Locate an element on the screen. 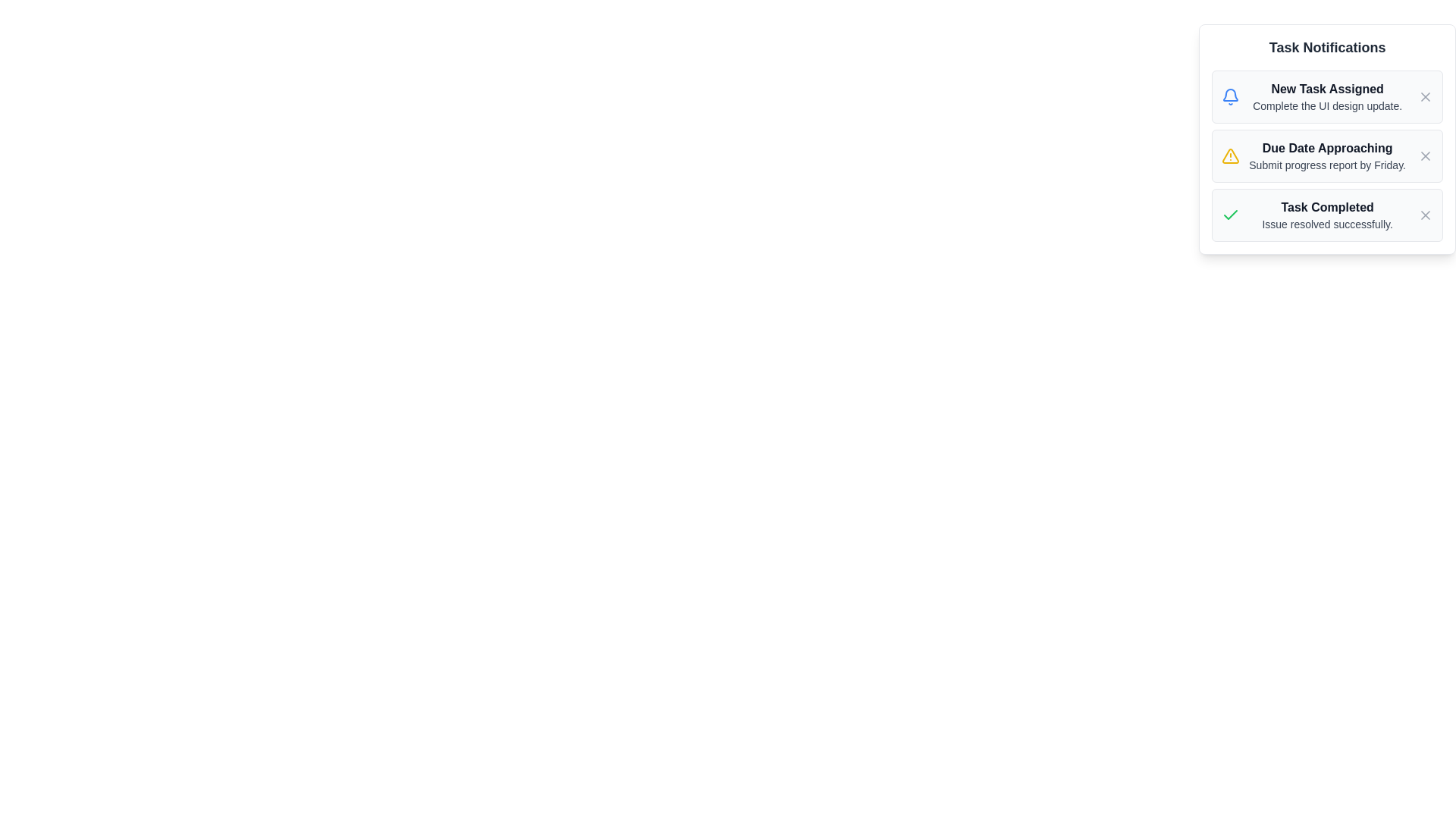 This screenshot has width=1456, height=819. the close button represented by a Vector Graphic Line Segment located in the top-right corner of the task notification card is located at coordinates (1425, 155).